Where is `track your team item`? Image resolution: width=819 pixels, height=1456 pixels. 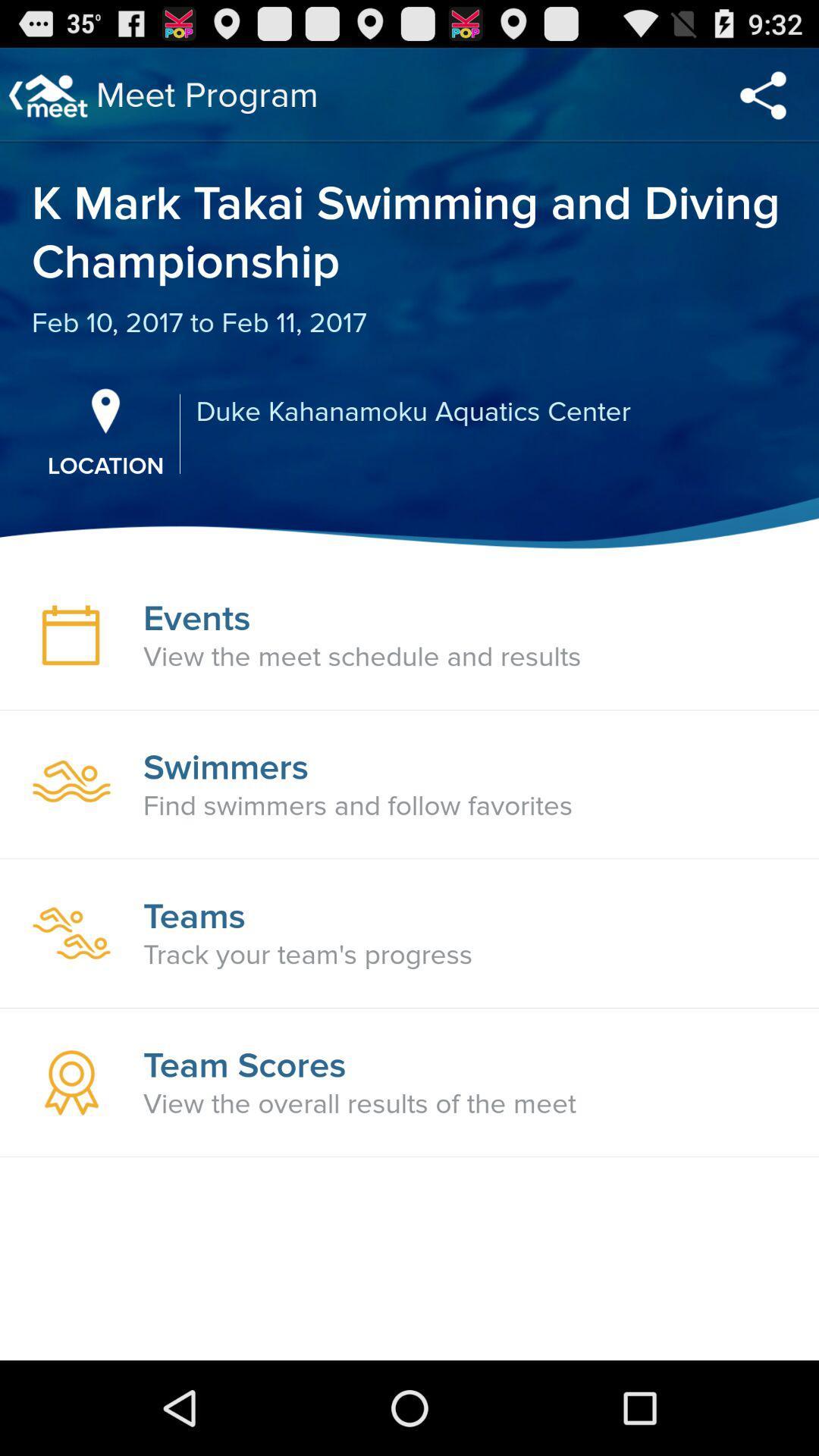 track your team item is located at coordinates (307, 954).